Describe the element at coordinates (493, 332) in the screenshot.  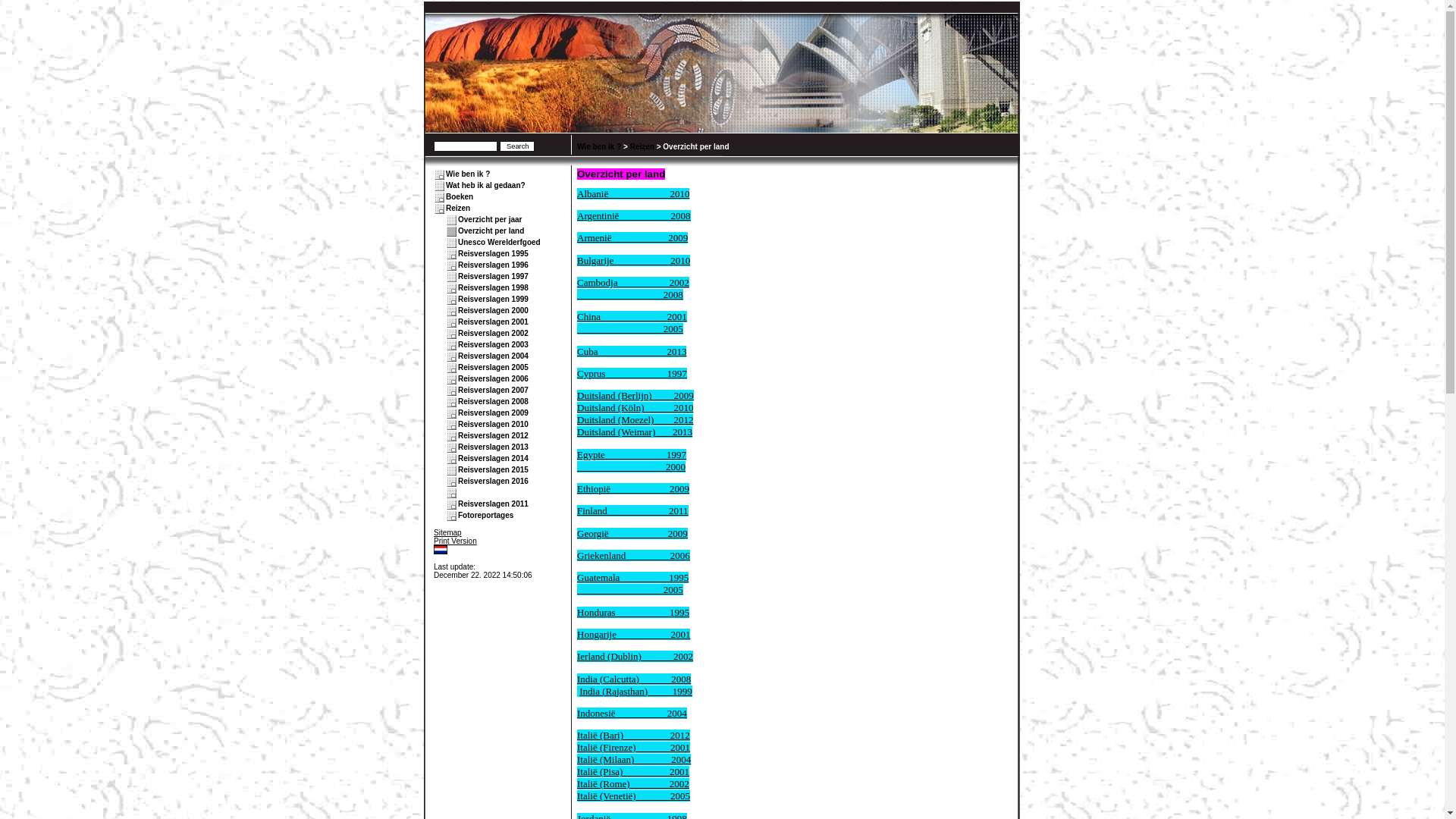
I see `'Reisverslagen 2002'` at that location.